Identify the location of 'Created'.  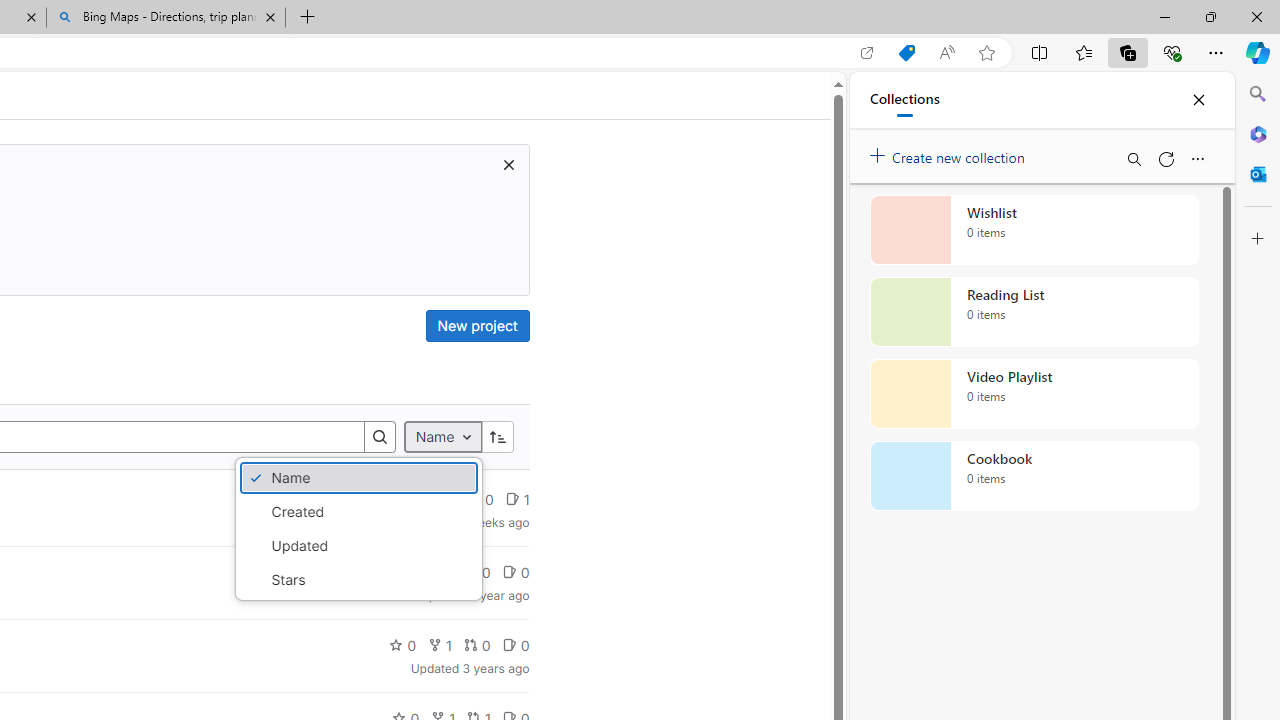
(359, 511).